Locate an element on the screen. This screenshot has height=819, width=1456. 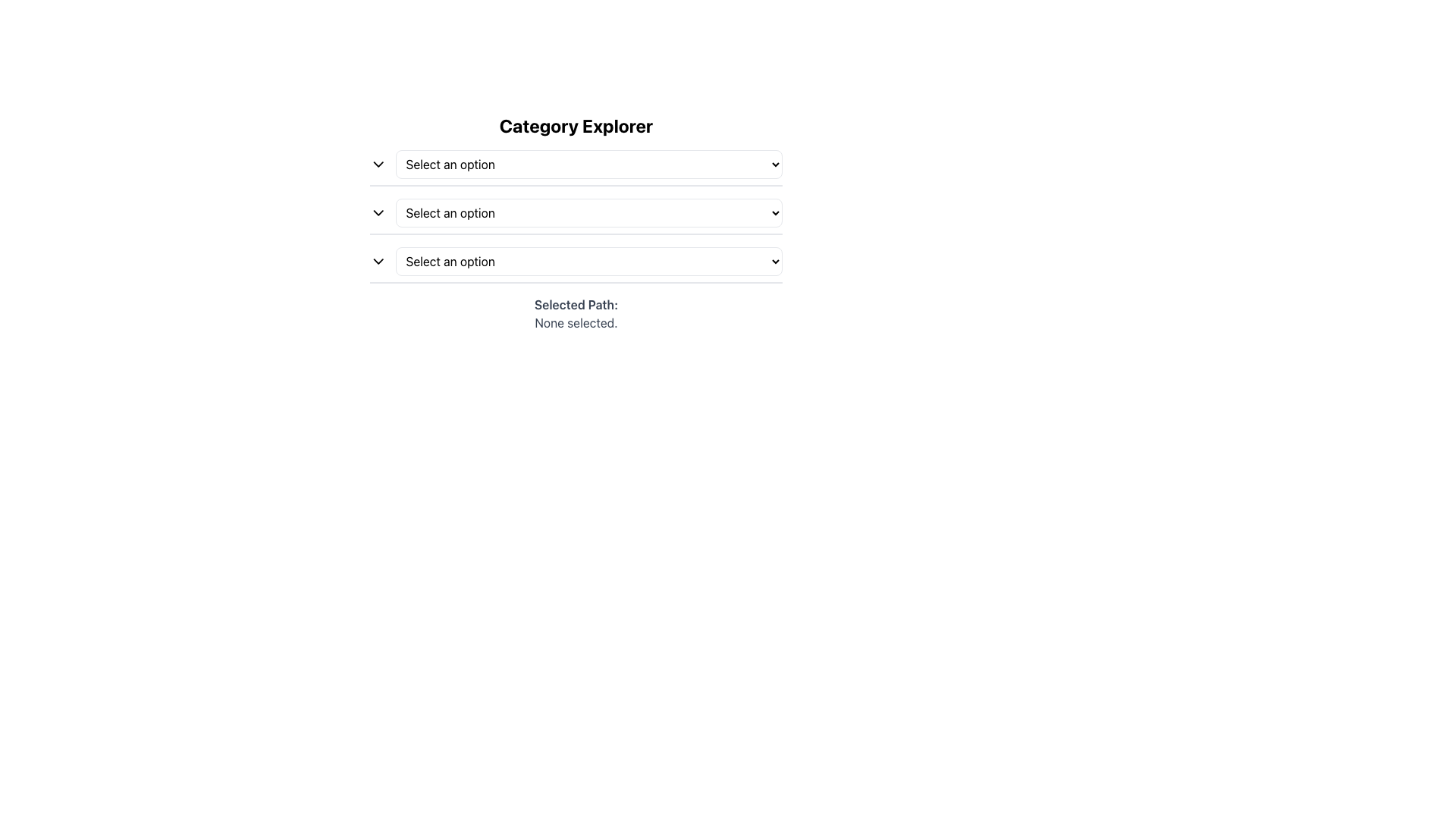
the icon located at the far-left side of the third dropdown section is located at coordinates (378, 260).